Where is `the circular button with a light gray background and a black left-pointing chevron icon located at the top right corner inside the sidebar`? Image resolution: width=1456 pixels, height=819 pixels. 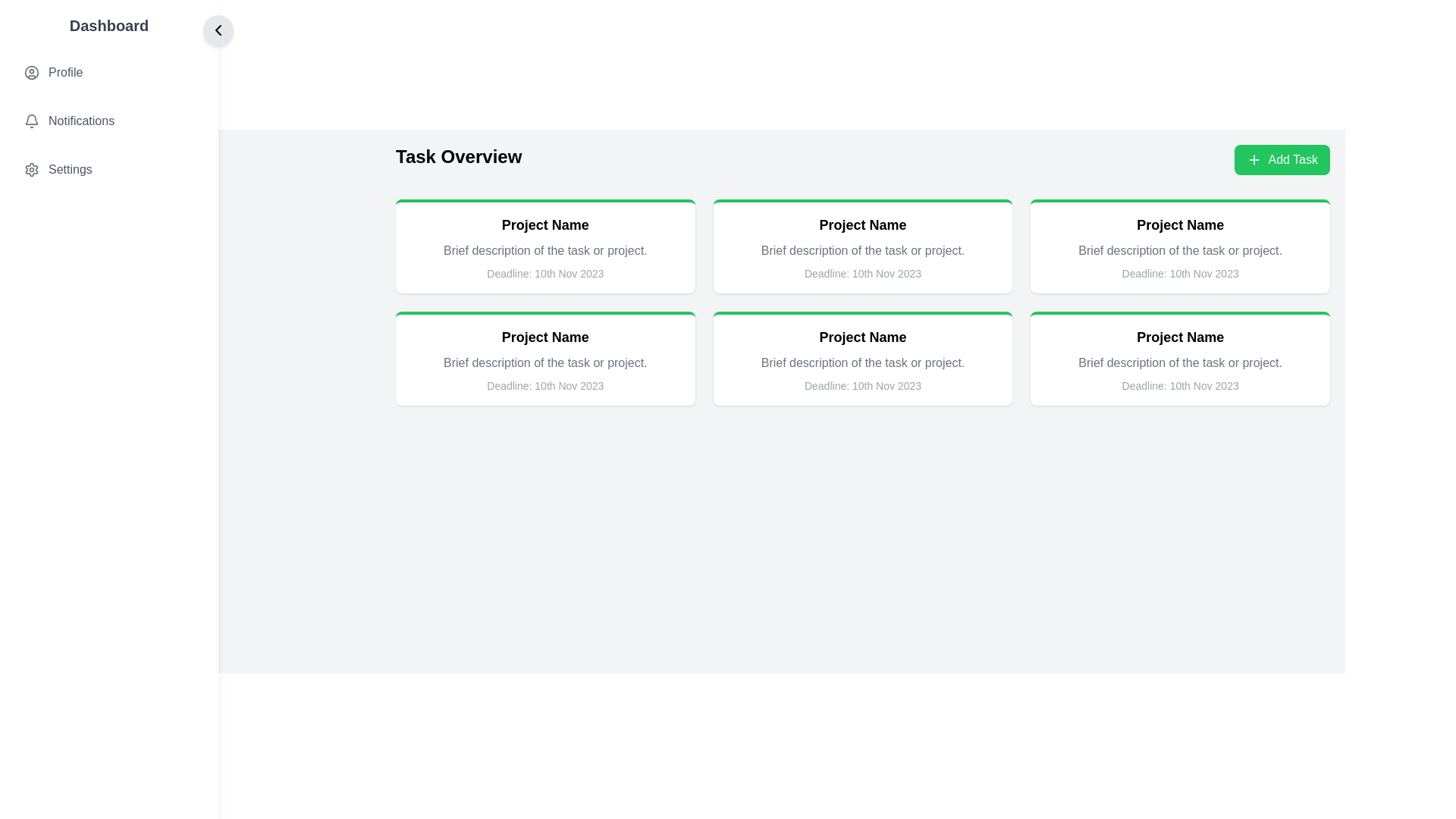
the circular button with a light gray background and a black left-pointing chevron icon located at the top right corner inside the sidebar is located at coordinates (218, 30).